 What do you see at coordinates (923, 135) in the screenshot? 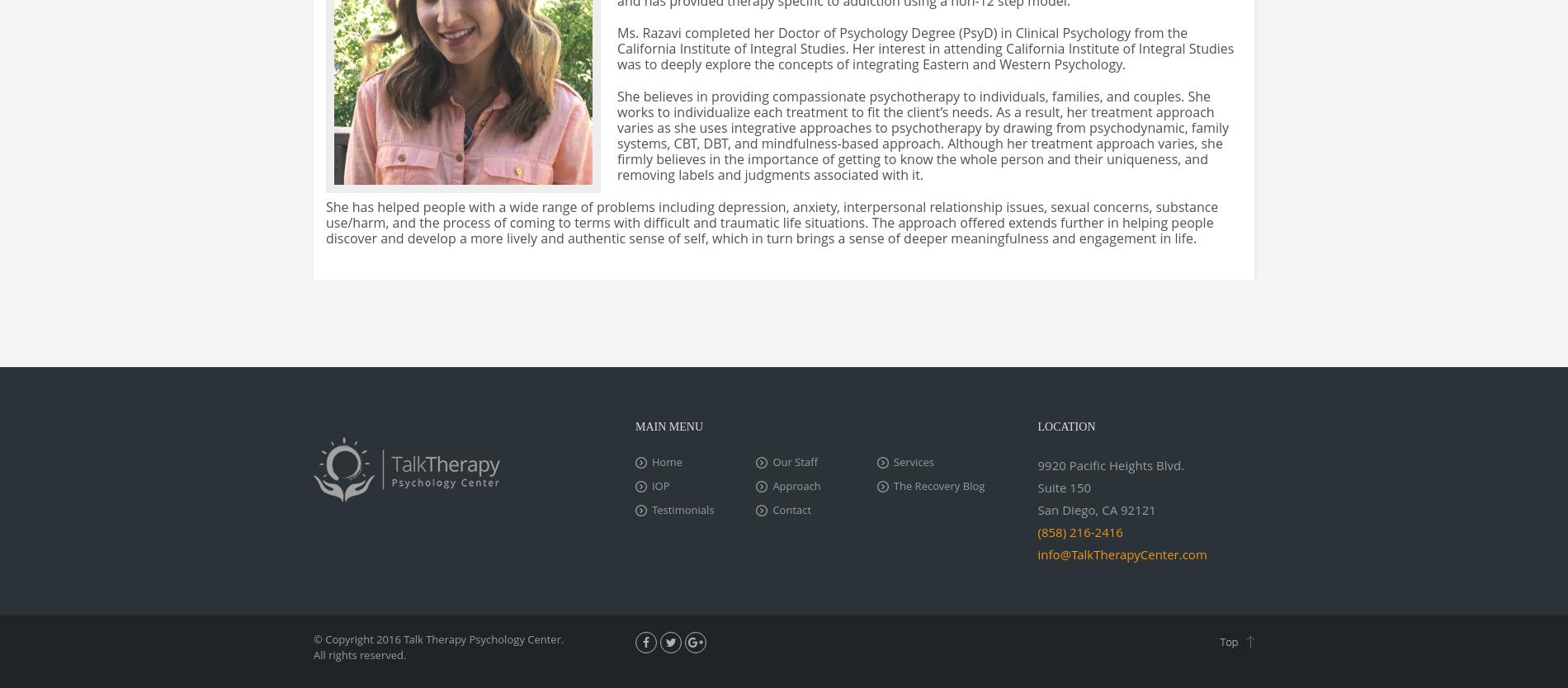
I see `'She believes in providing compassionate psychotherapy to individuals, families, and couples. She works to individualize each treatment to fit the client’s needs. As a result, her treatment approach varies as she uses integrative approaches to psychotherapy by drawing from psychodynamic, family systems, CBT, DBT, and mindfulness-based approach. Although her treatment approach varies, she firmly believes in the importance of getting to know the whole person and their uniqueness, and removing labels and judgments associated with it.'` at bounding box center [923, 135].